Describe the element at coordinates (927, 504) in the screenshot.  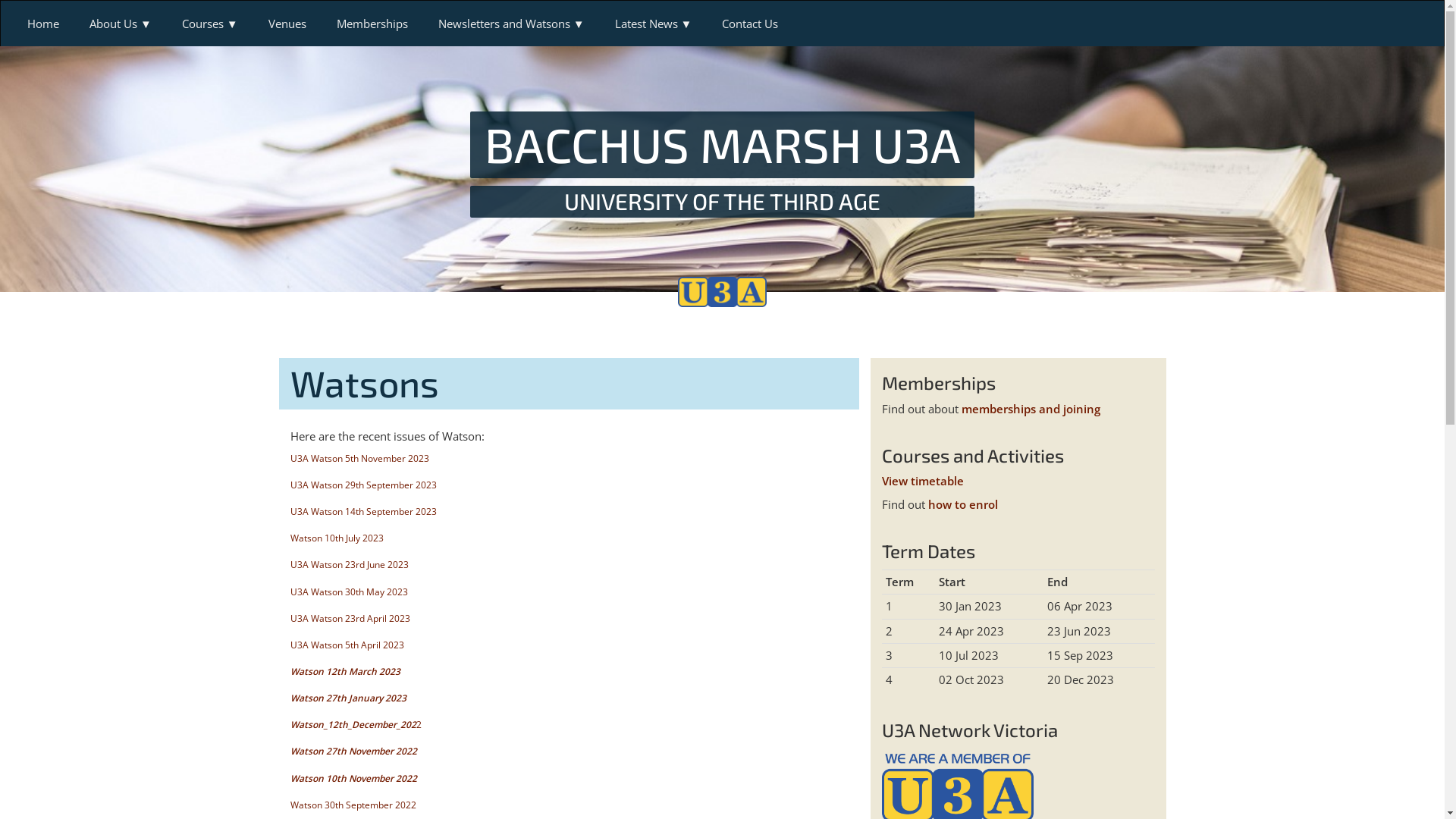
I see `'how to enrol'` at that location.